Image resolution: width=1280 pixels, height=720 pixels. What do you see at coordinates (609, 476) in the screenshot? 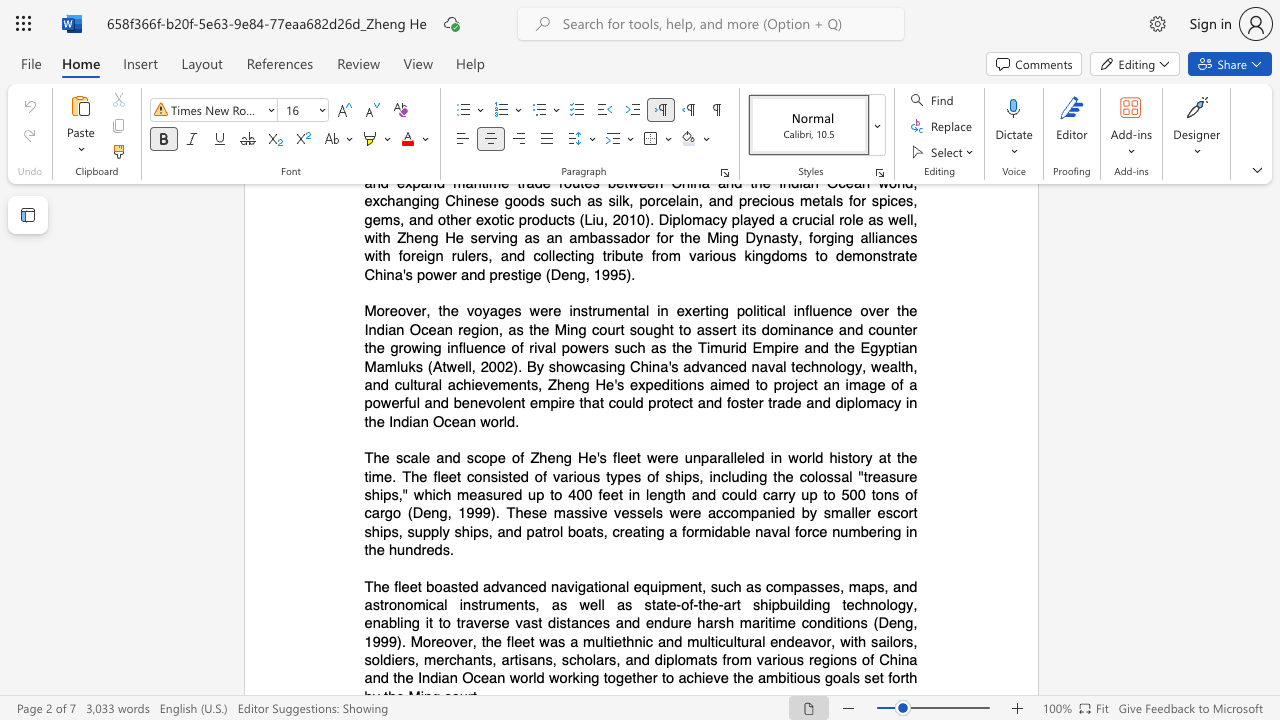
I see `the subset text "ypes" within the text "various types"` at bounding box center [609, 476].